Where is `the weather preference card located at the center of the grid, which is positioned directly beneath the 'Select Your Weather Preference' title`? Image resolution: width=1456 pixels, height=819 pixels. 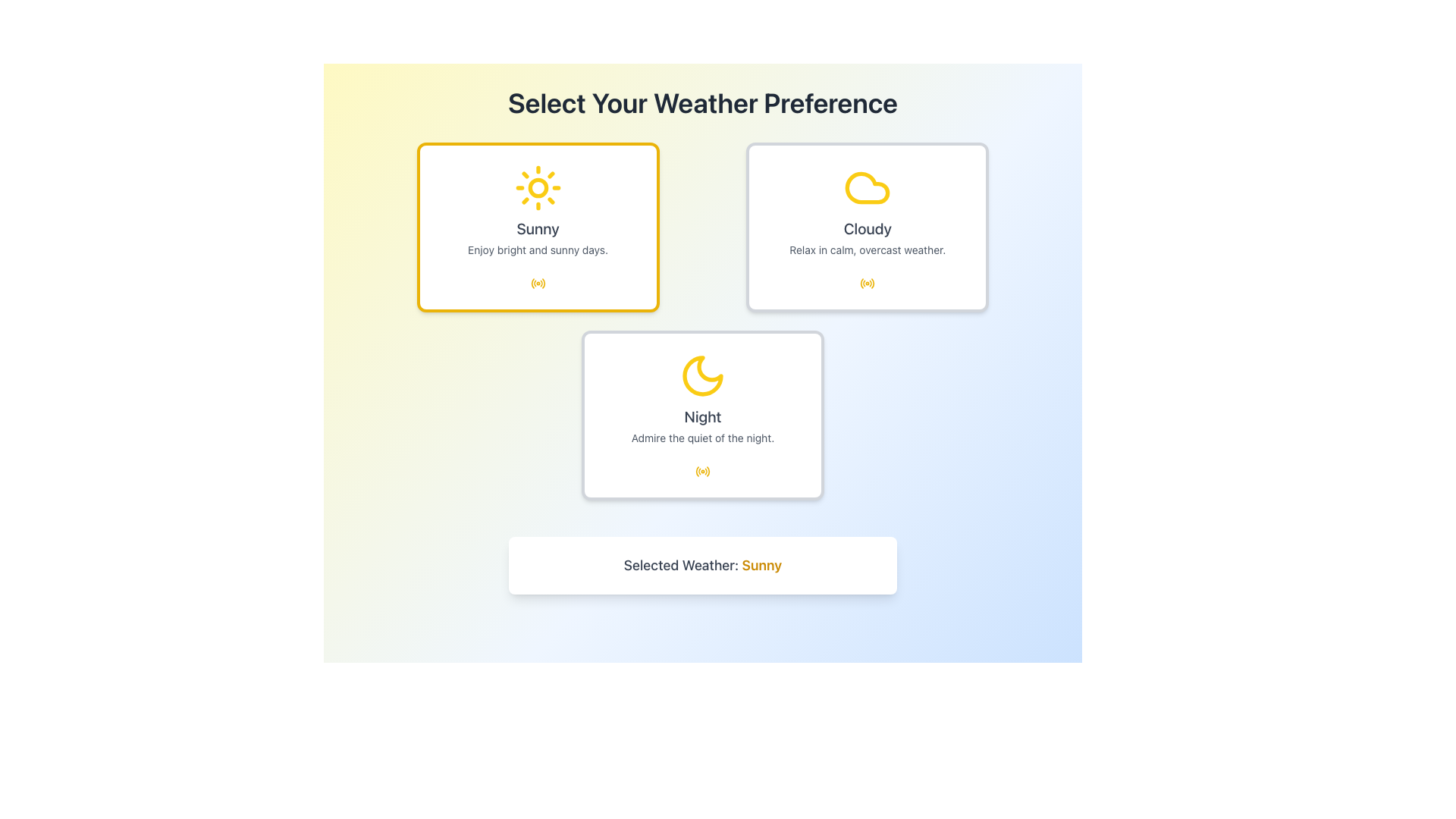
the weather preference card located at the center of the grid, which is positioned directly beneath the 'Select Your Weather Preference' title is located at coordinates (701, 321).